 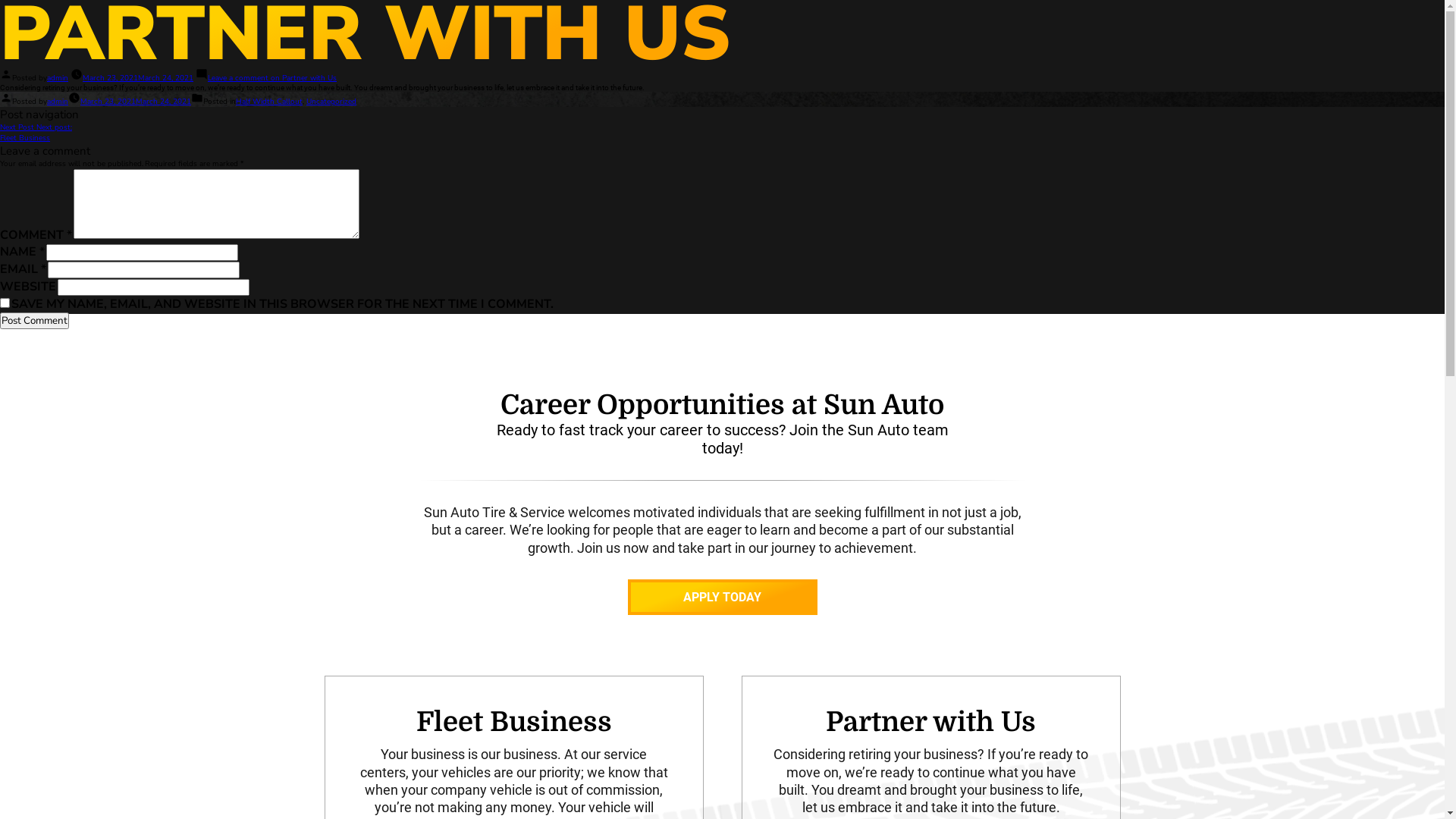 I want to click on 'admin', so click(x=47, y=102).